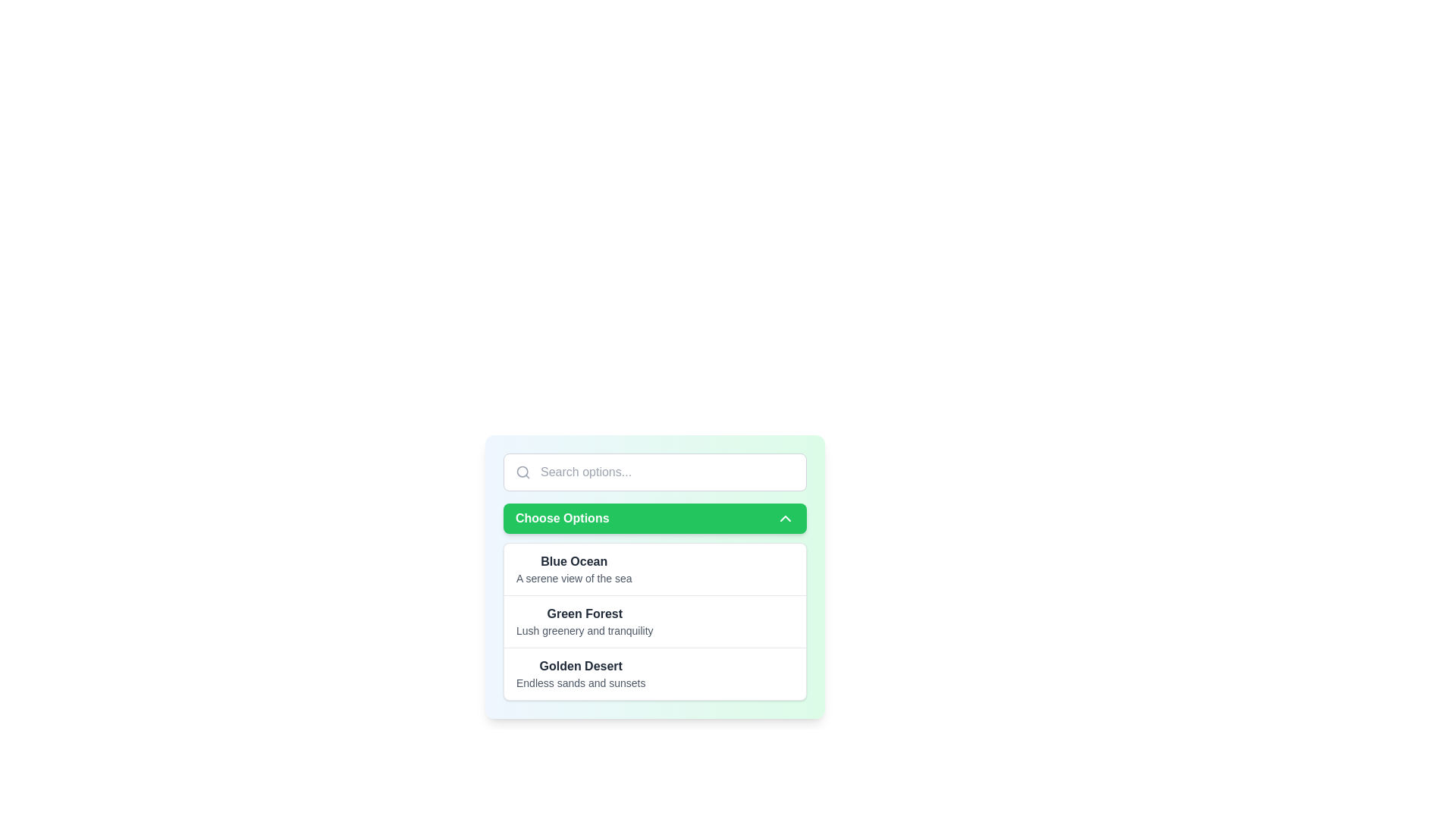 The image size is (1456, 819). What do you see at coordinates (573, 561) in the screenshot?
I see `the text label for the 'Blue Ocean' option in the dropdown menu` at bounding box center [573, 561].